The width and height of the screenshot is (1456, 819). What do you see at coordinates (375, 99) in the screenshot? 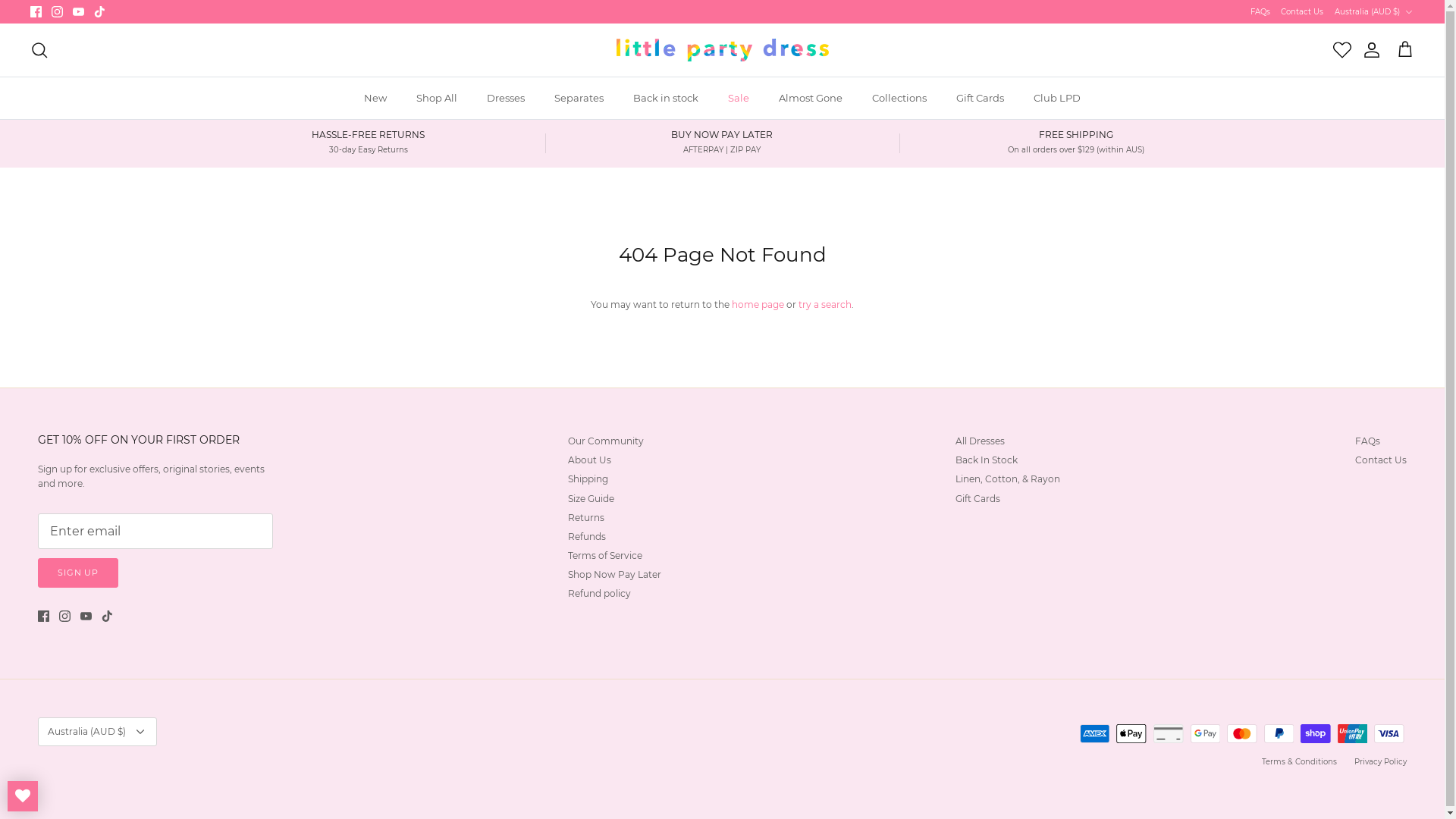
I see `'New'` at bounding box center [375, 99].